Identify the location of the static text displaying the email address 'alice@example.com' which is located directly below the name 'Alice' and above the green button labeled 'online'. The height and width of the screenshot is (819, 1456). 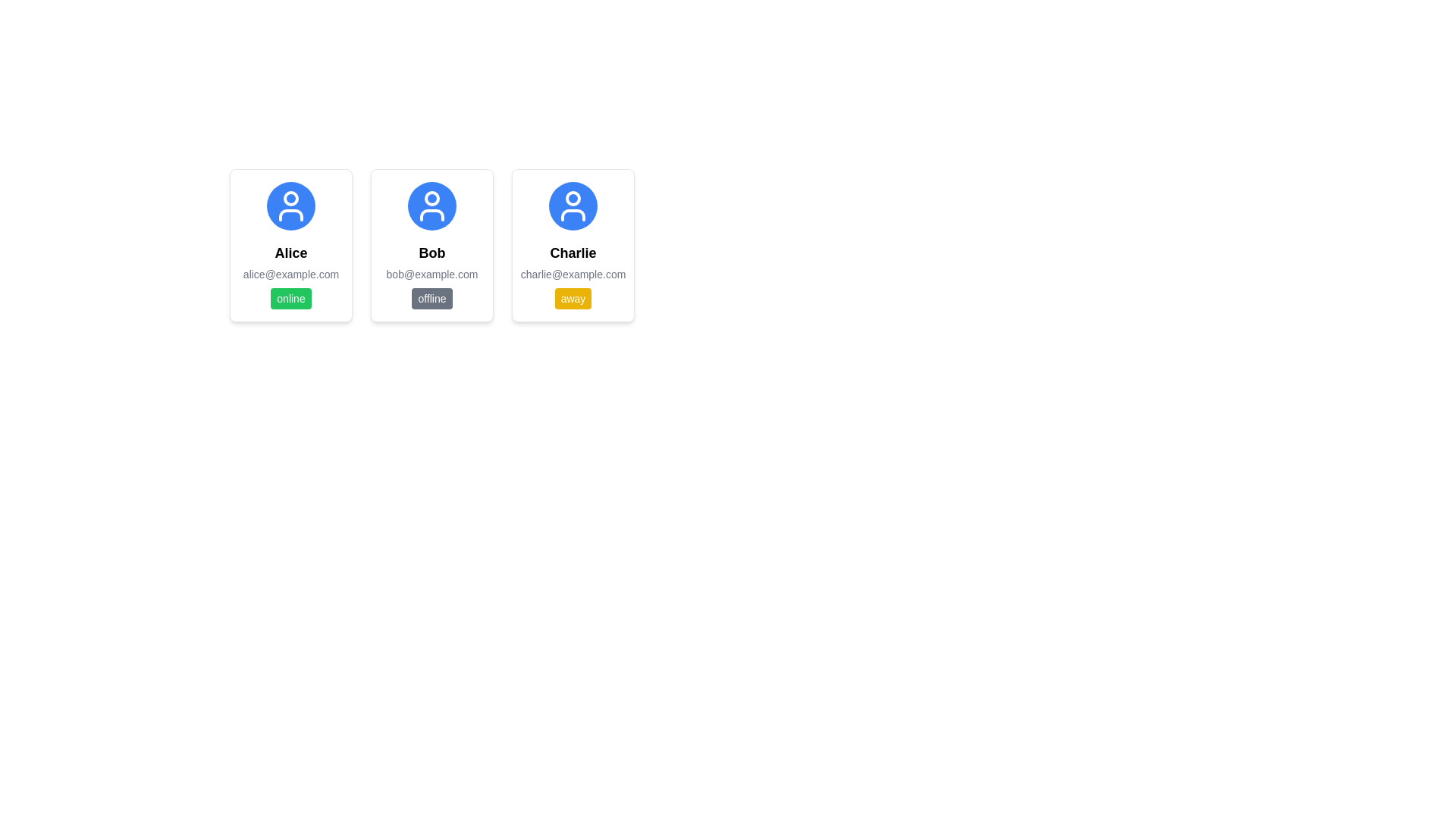
(291, 275).